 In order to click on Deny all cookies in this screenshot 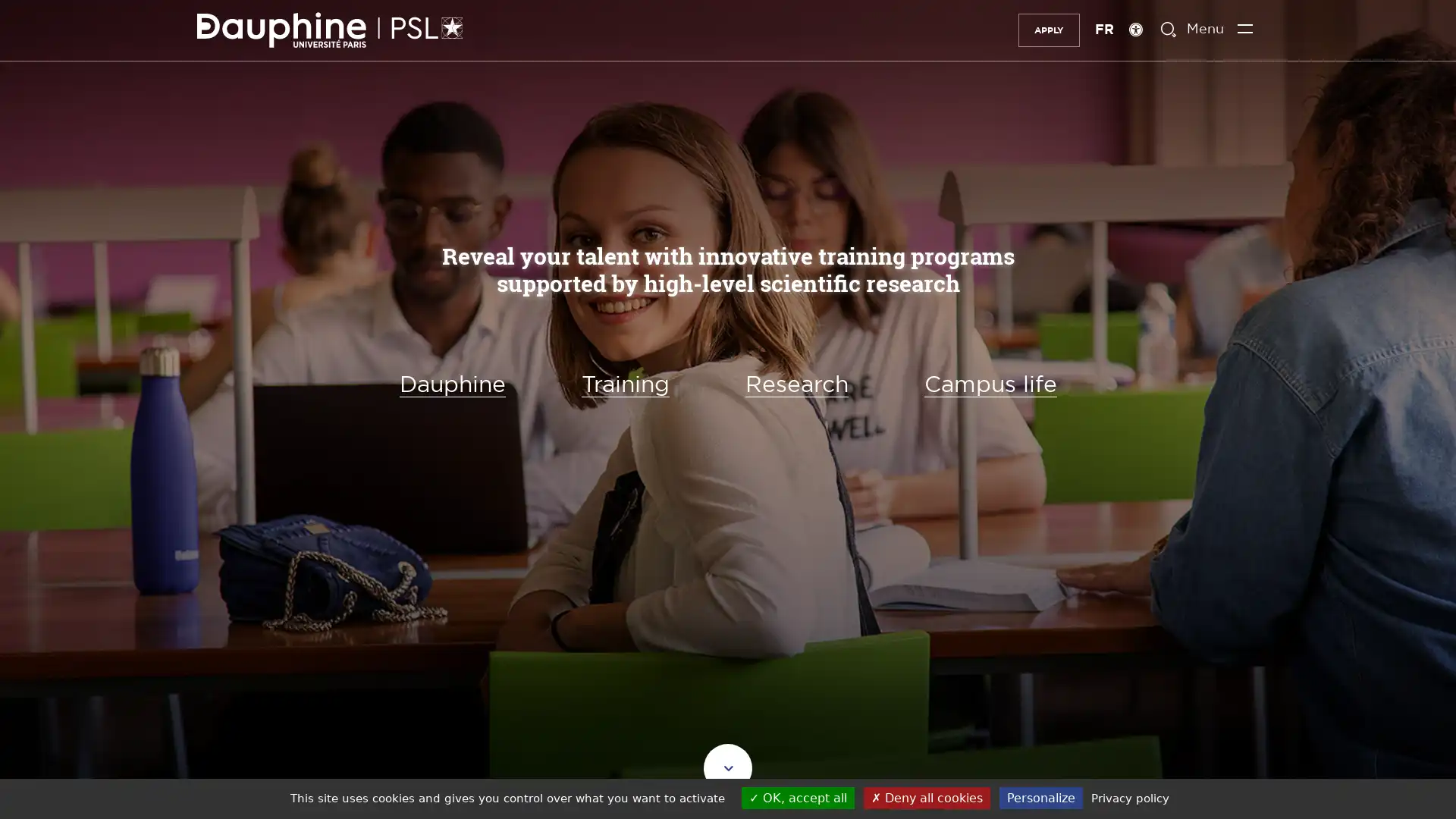, I will do `click(925, 797)`.